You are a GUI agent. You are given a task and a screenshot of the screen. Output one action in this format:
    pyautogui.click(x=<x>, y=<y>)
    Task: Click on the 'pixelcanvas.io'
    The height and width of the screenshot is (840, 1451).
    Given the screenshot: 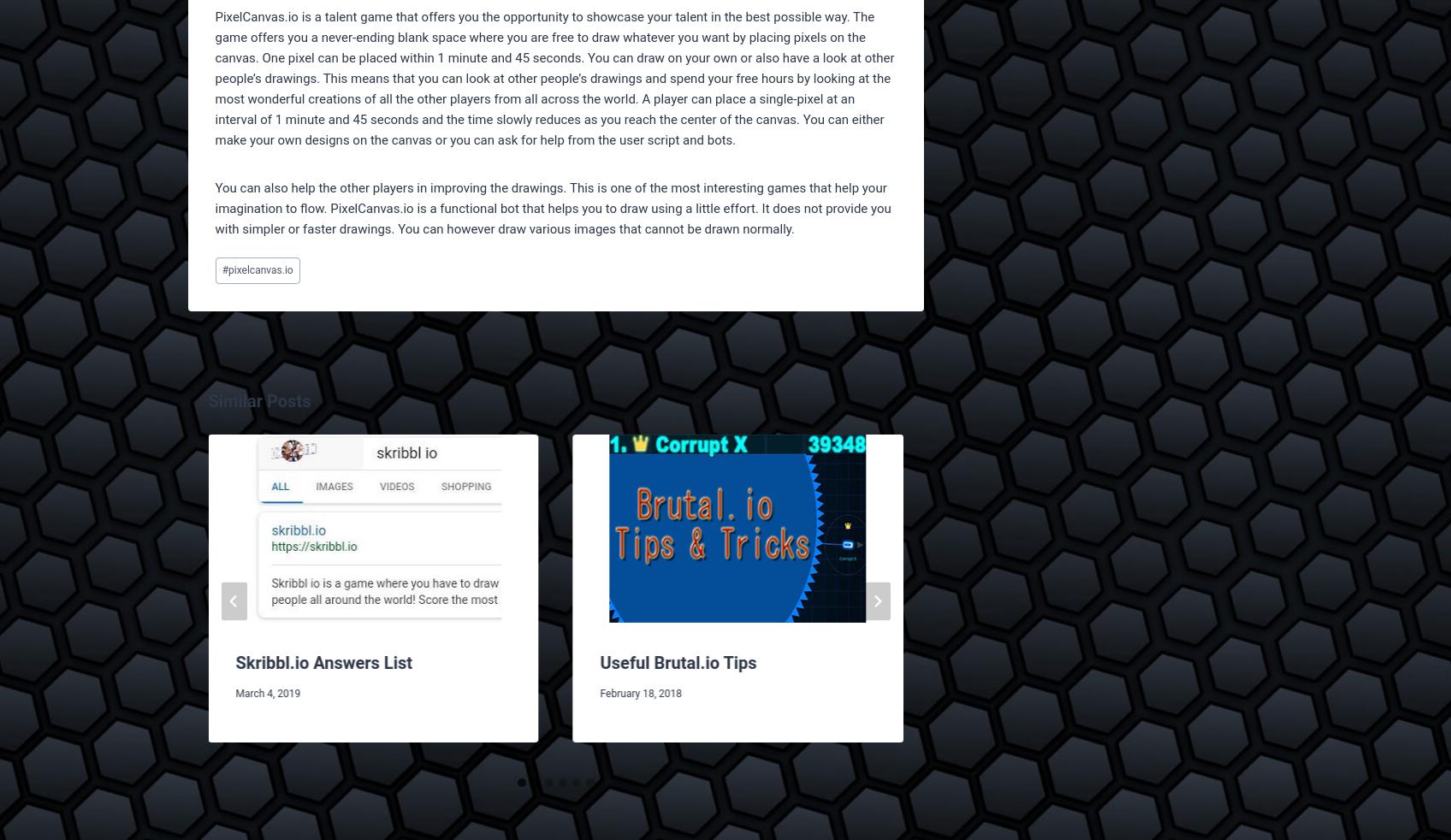 What is the action you would take?
    pyautogui.click(x=260, y=270)
    